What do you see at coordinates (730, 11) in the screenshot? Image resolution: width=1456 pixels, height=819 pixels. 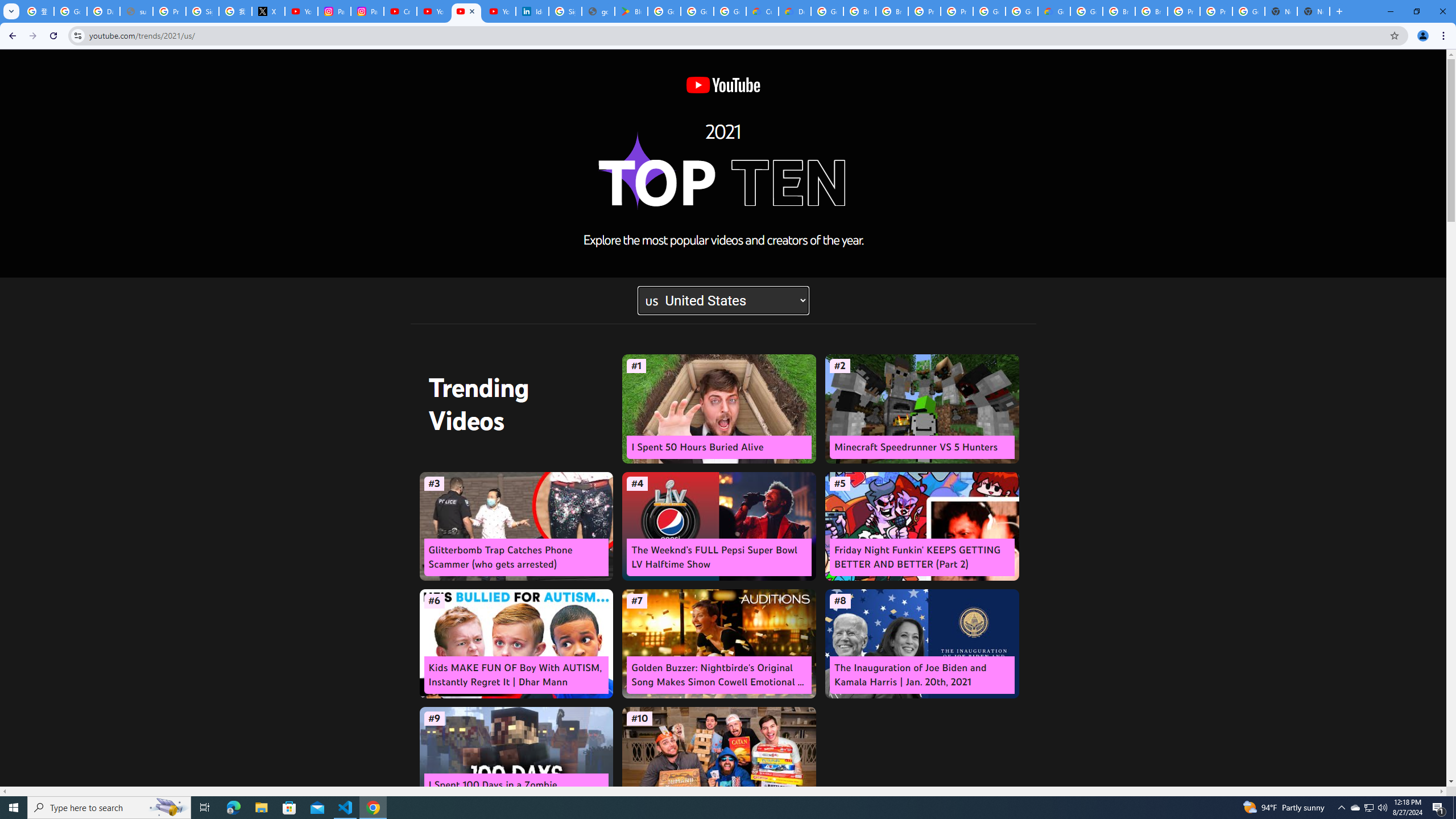 I see `'Google Workspace - Specific Terms'` at bounding box center [730, 11].